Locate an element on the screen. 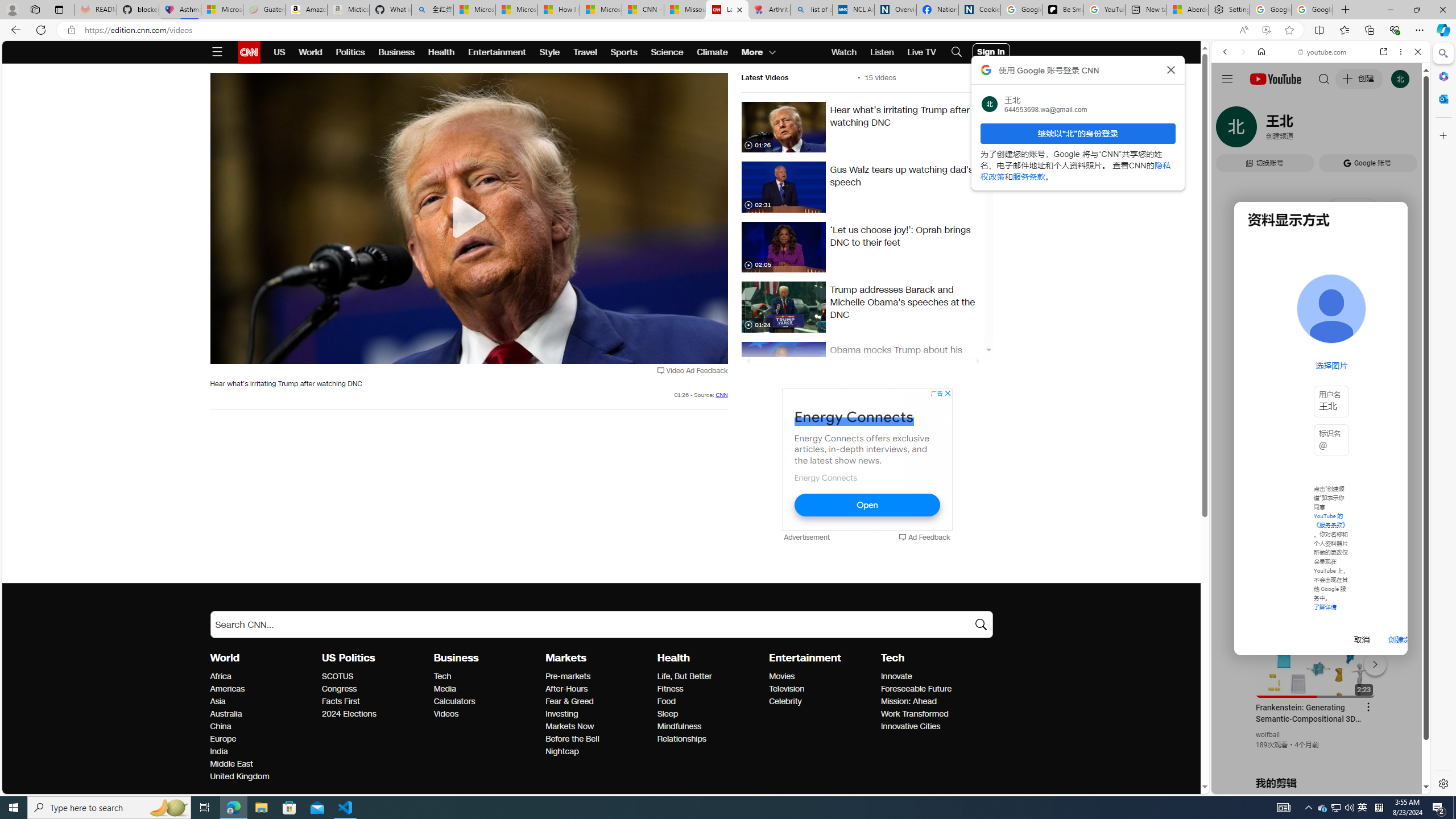 This screenshot has height=819, width=1456. 'China' is located at coordinates (262, 727).